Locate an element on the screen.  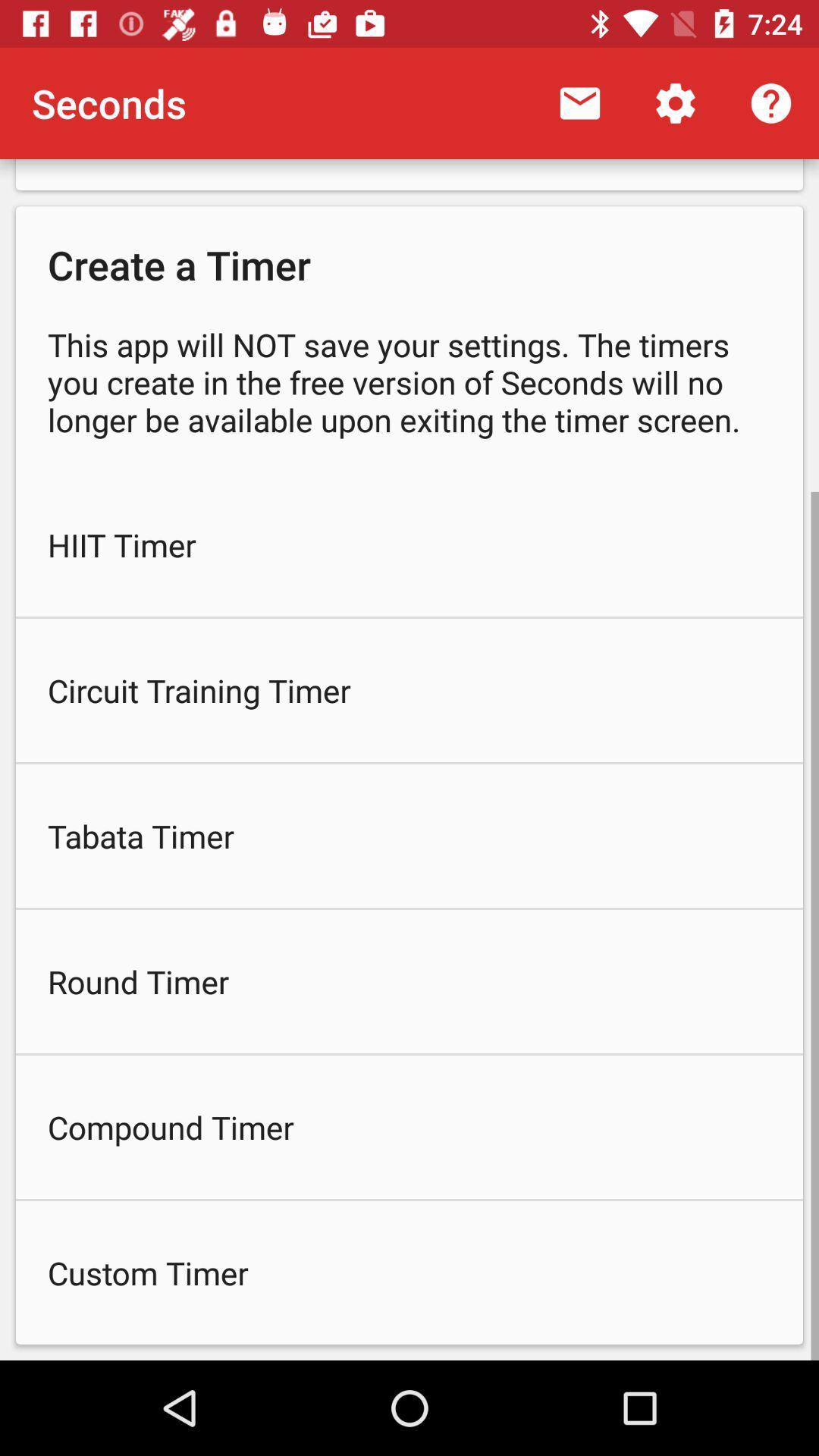
round timer is located at coordinates (409, 981).